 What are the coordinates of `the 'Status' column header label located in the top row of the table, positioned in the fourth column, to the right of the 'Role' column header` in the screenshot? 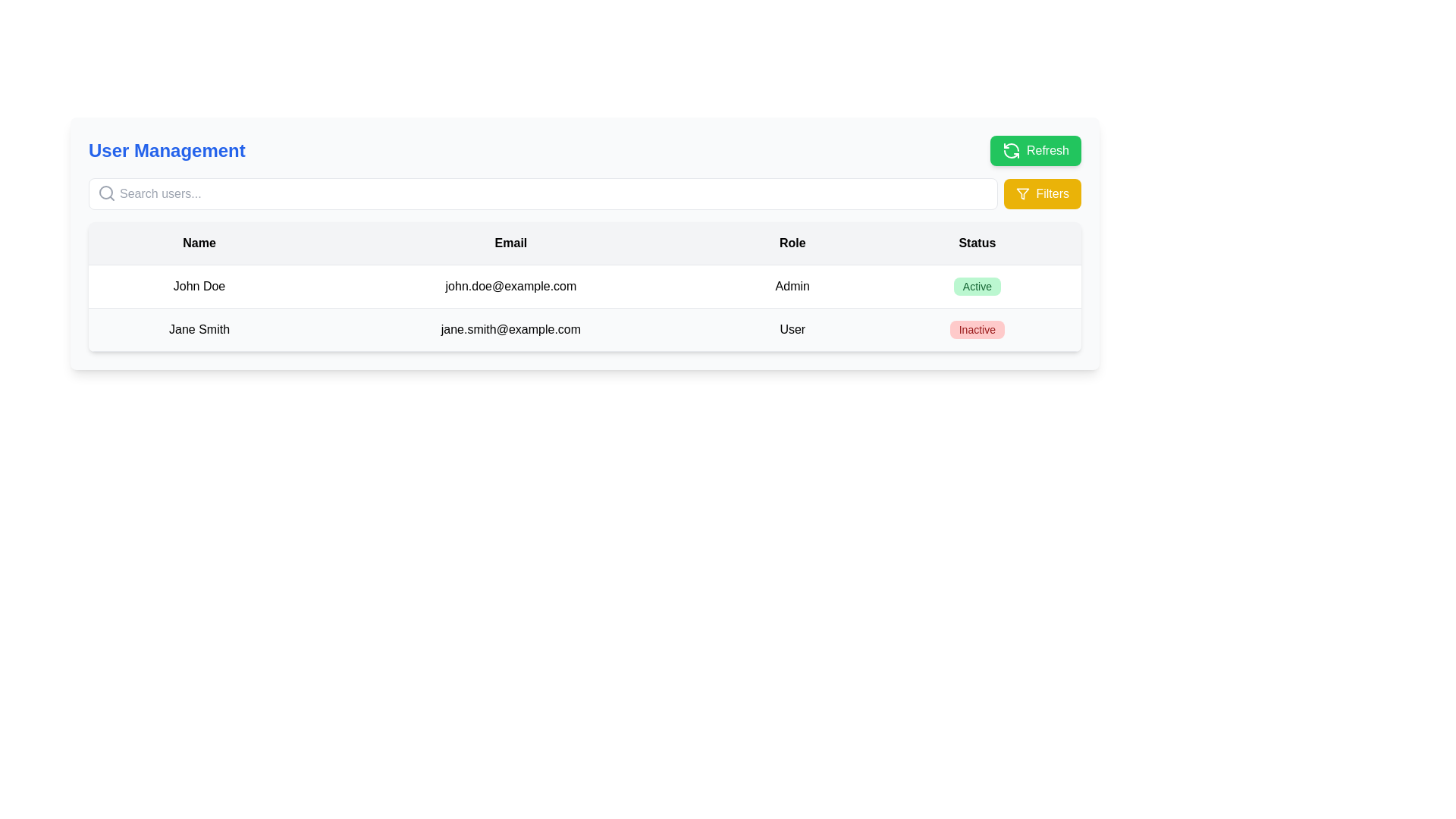 It's located at (977, 243).